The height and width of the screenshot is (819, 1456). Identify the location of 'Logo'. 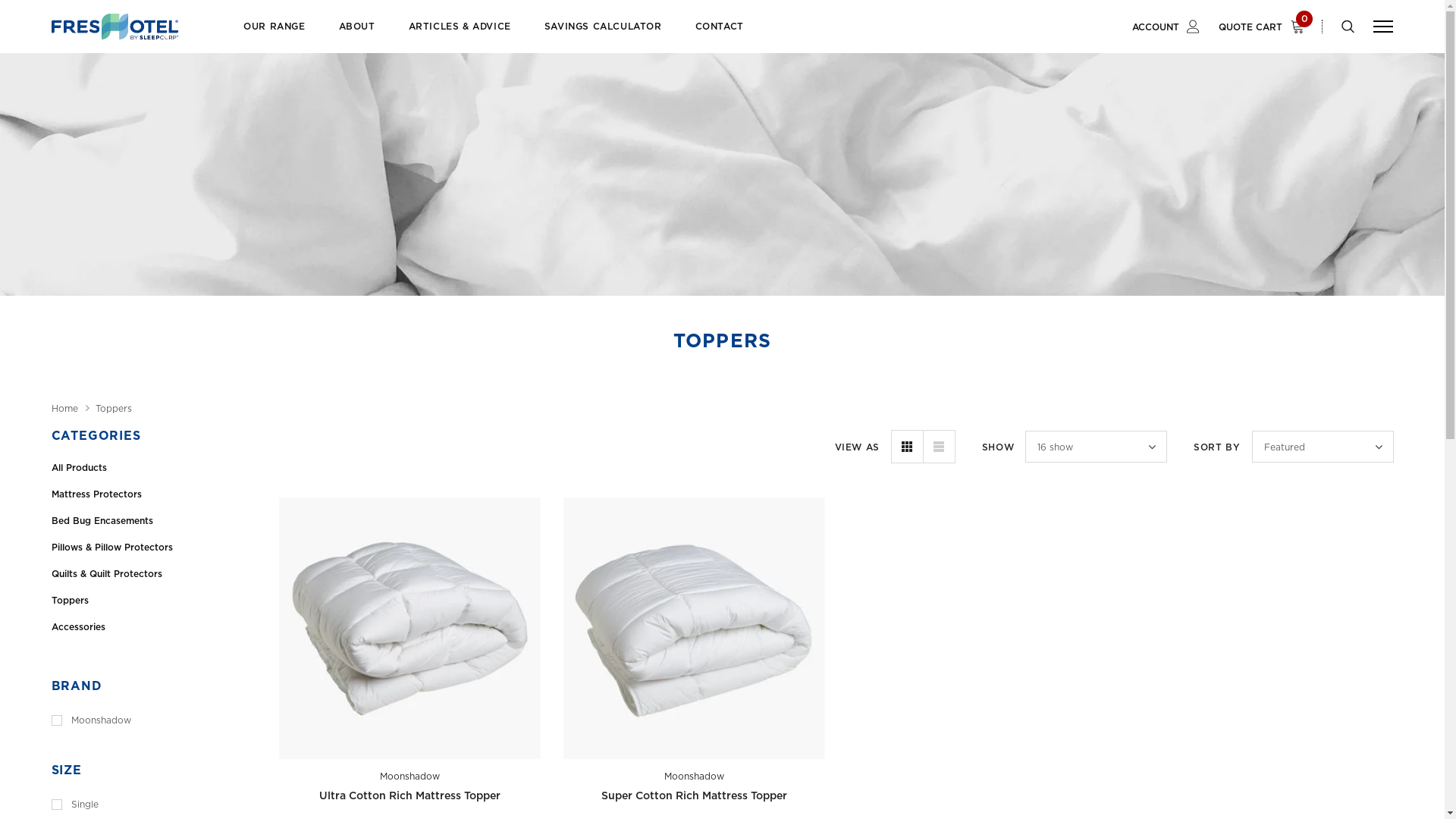
(114, 27).